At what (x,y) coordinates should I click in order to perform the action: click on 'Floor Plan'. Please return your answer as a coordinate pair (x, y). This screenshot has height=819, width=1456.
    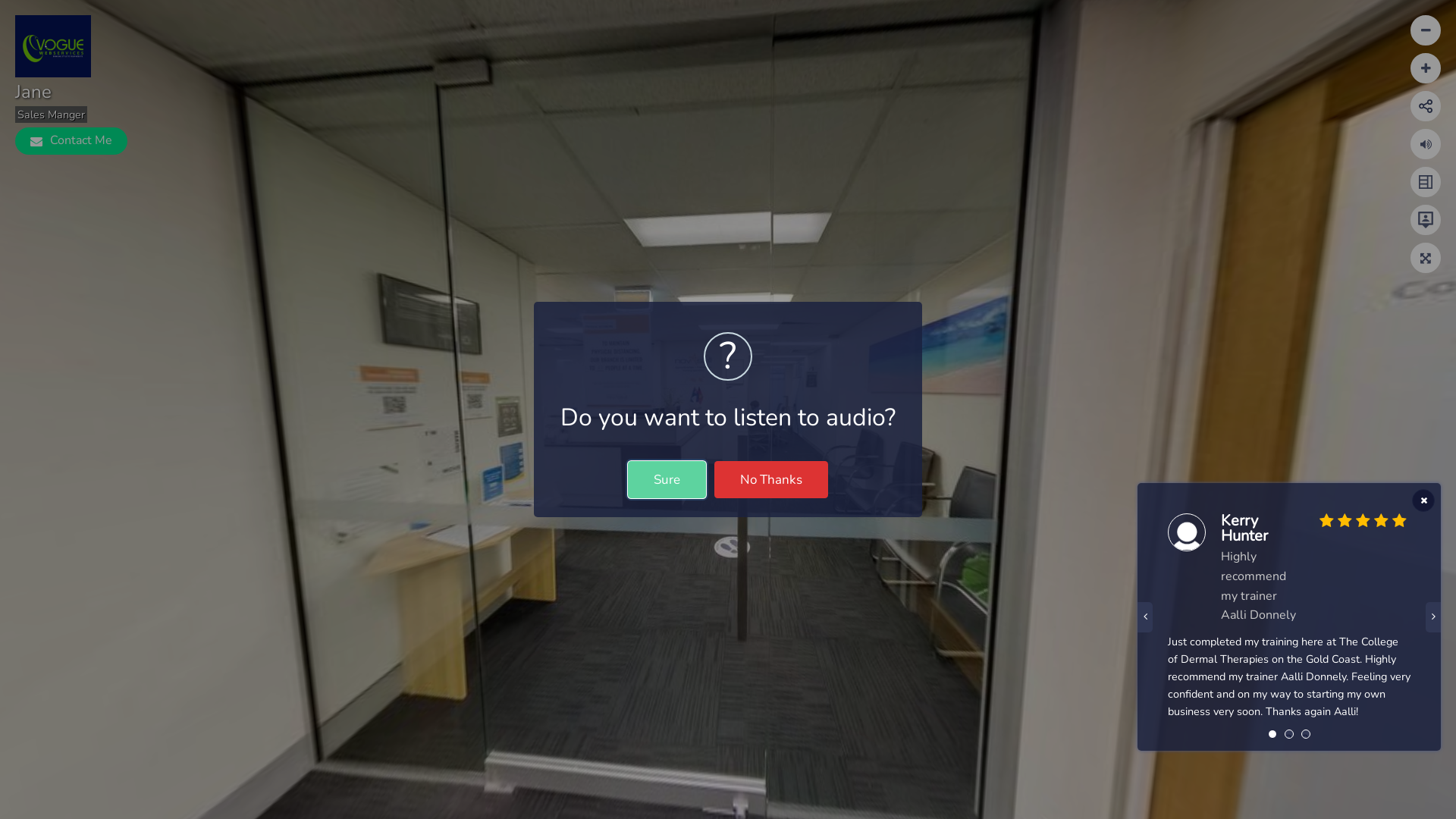
    Looking at the image, I should click on (1425, 180).